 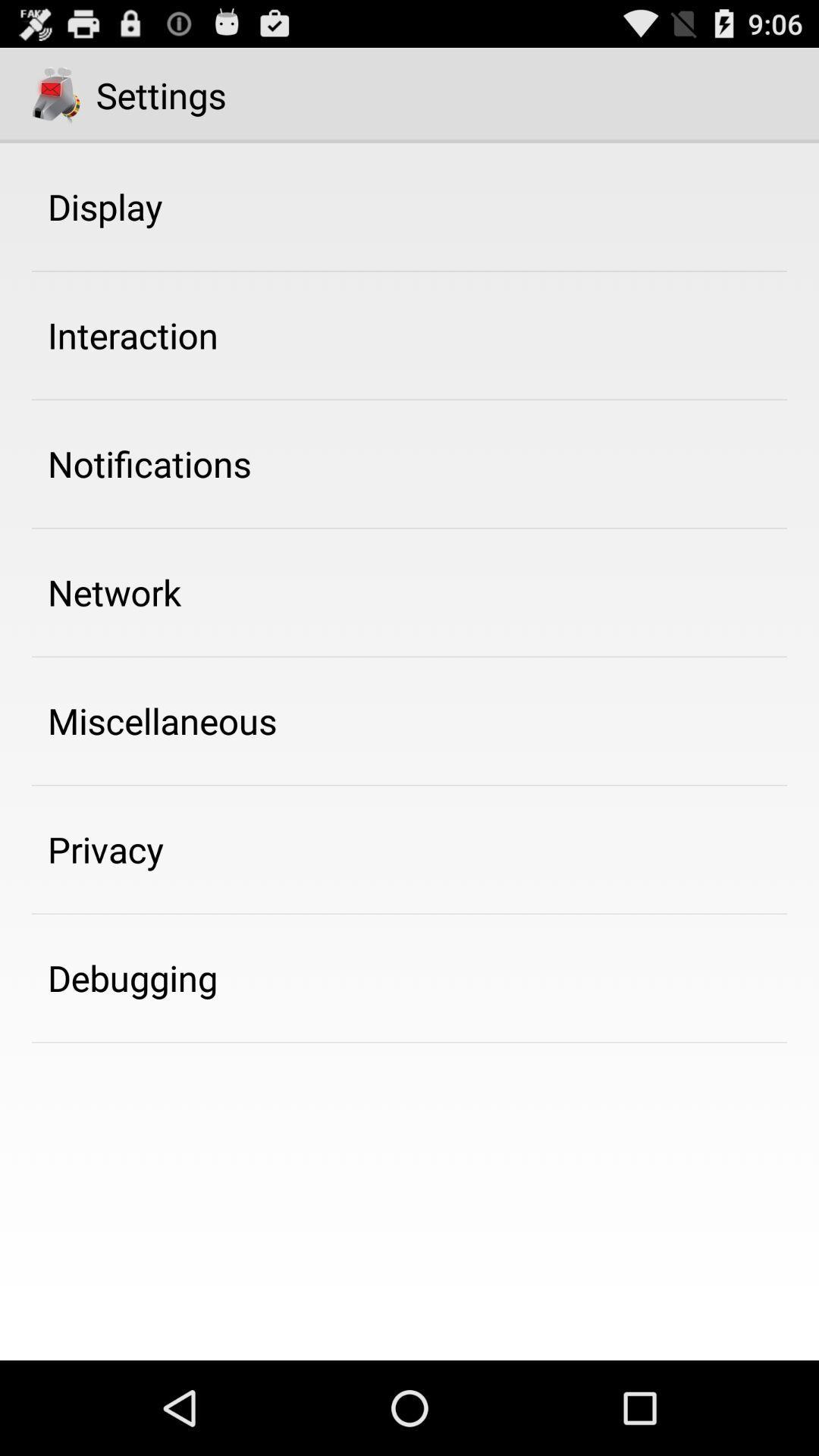 What do you see at coordinates (114, 591) in the screenshot?
I see `network app` at bounding box center [114, 591].